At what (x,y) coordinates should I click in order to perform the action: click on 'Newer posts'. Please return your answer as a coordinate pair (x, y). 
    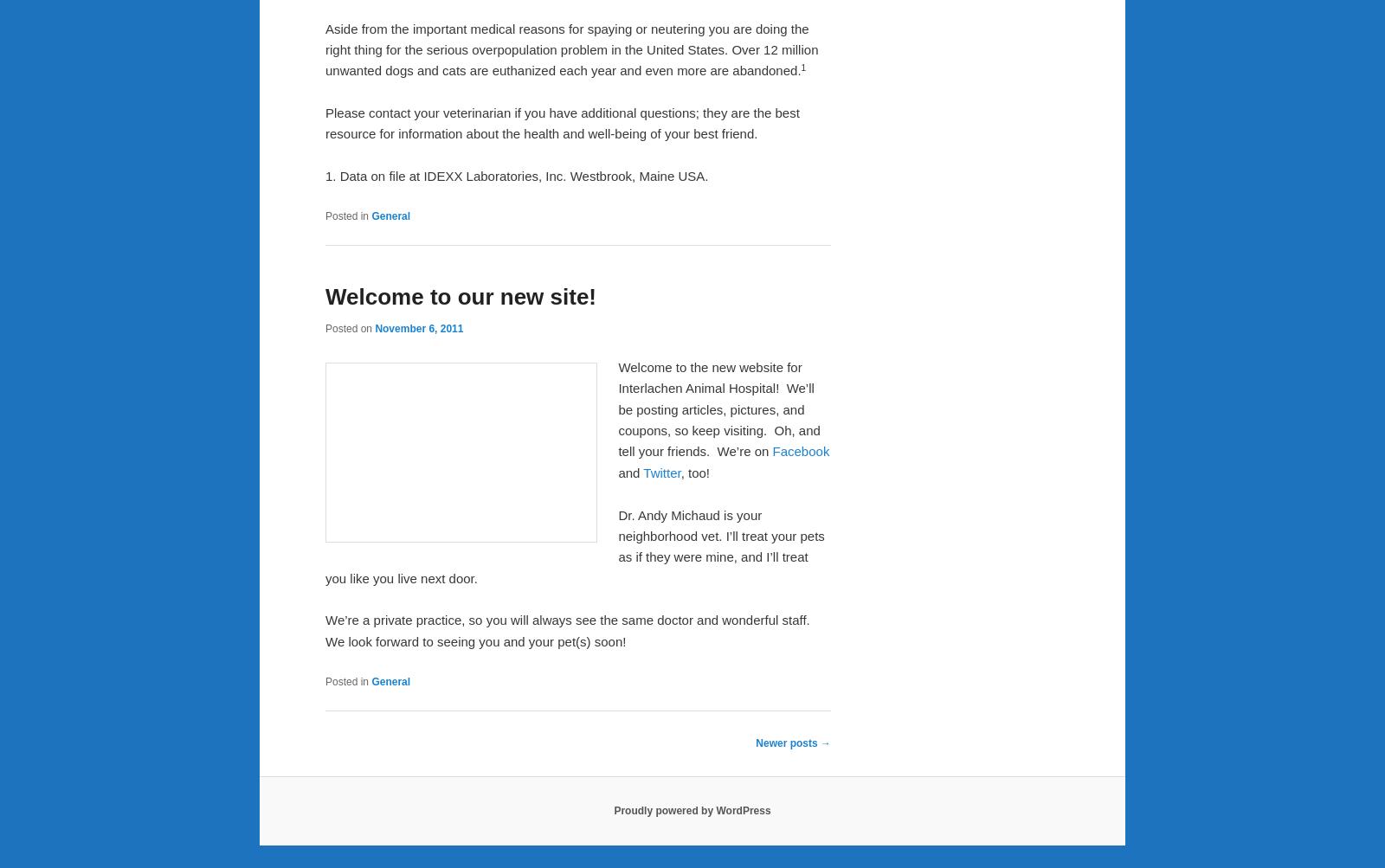
    Looking at the image, I should click on (787, 743).